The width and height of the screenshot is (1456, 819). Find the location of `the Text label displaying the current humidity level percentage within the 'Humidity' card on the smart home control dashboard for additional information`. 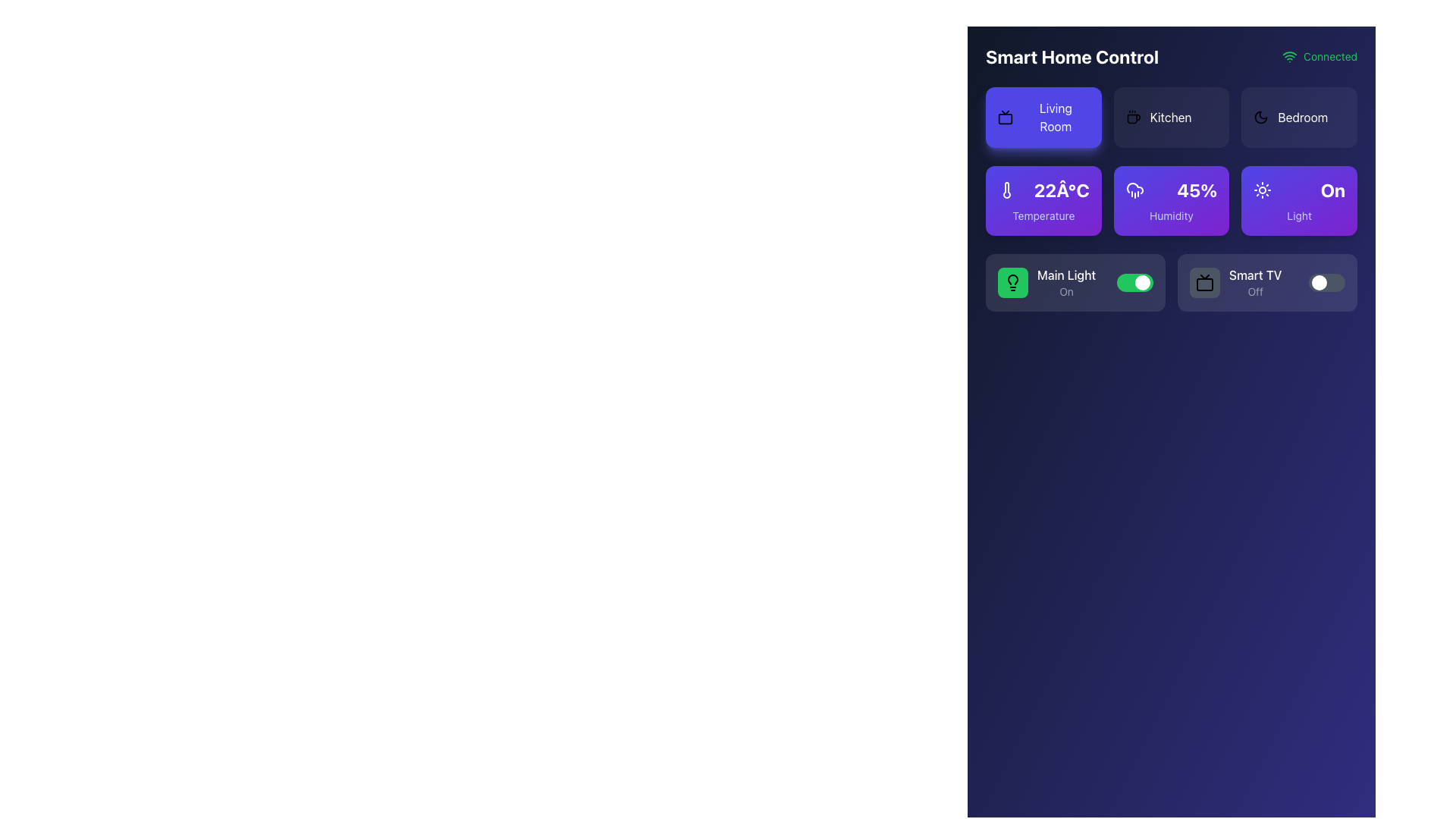

the Text label displaying the current humidity level percentage within the 'Humidity' card on the smart home control dashboard for additional information is located at coordinates (1196, 189).